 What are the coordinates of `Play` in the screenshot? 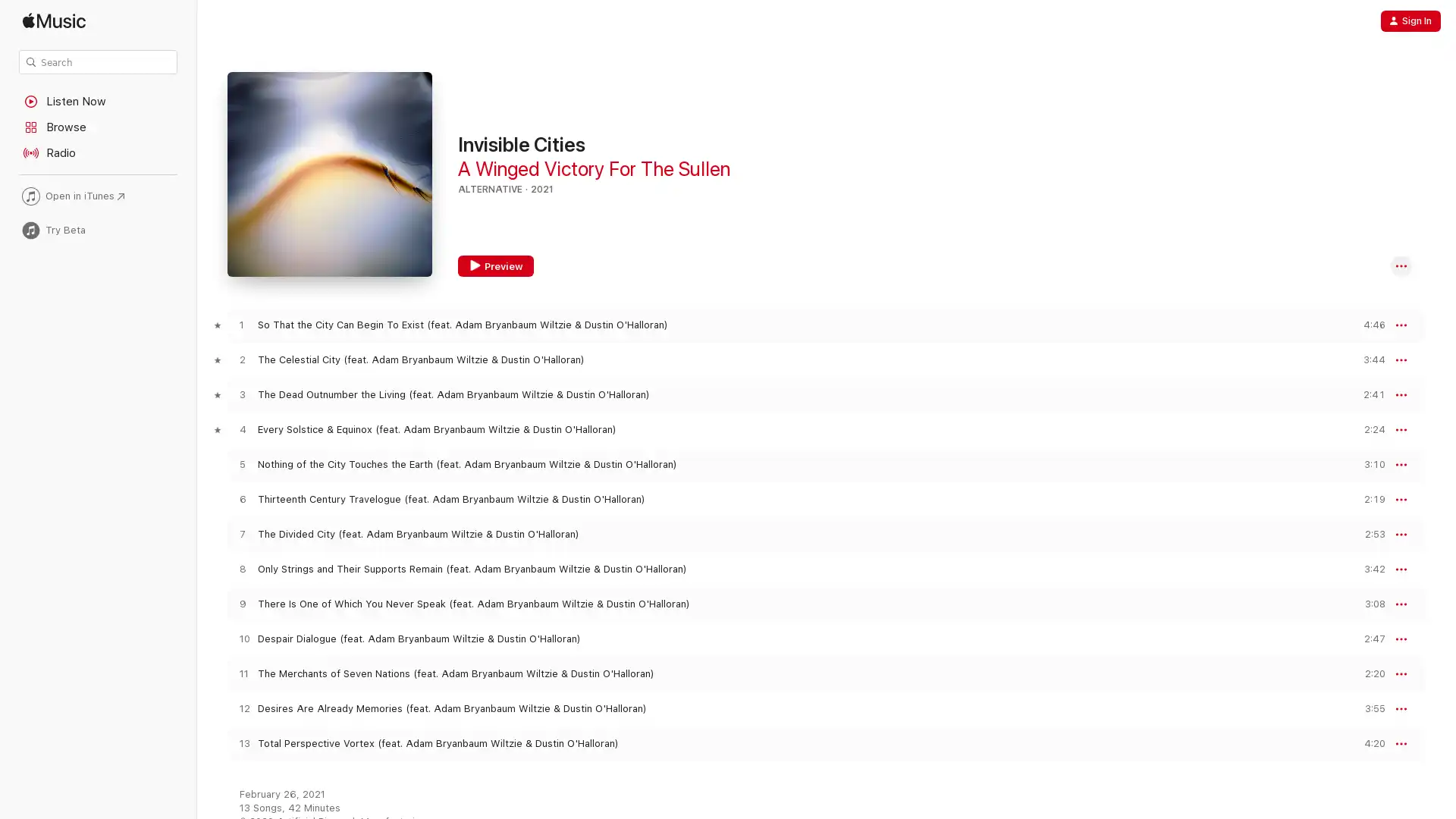 It's located at (241, 429).